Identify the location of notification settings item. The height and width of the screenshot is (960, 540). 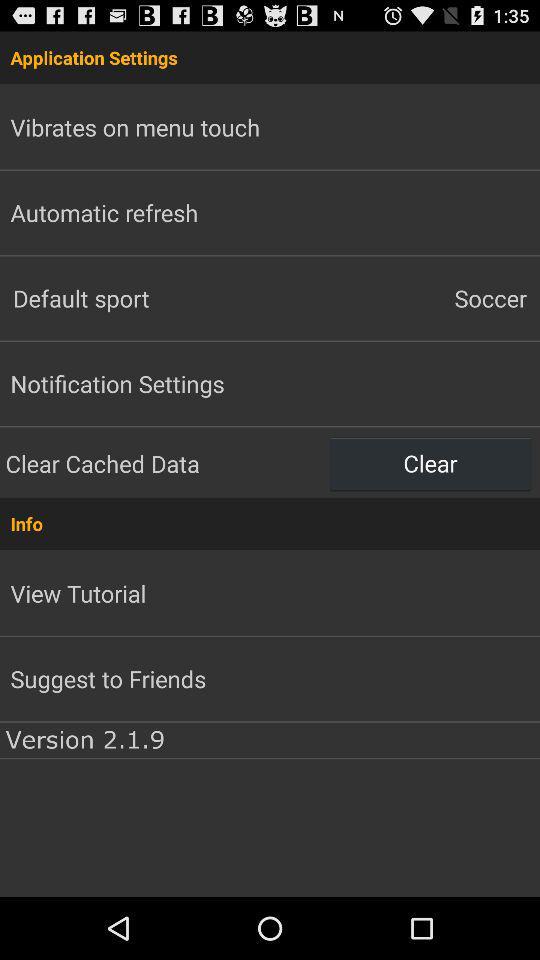
(117, 382).